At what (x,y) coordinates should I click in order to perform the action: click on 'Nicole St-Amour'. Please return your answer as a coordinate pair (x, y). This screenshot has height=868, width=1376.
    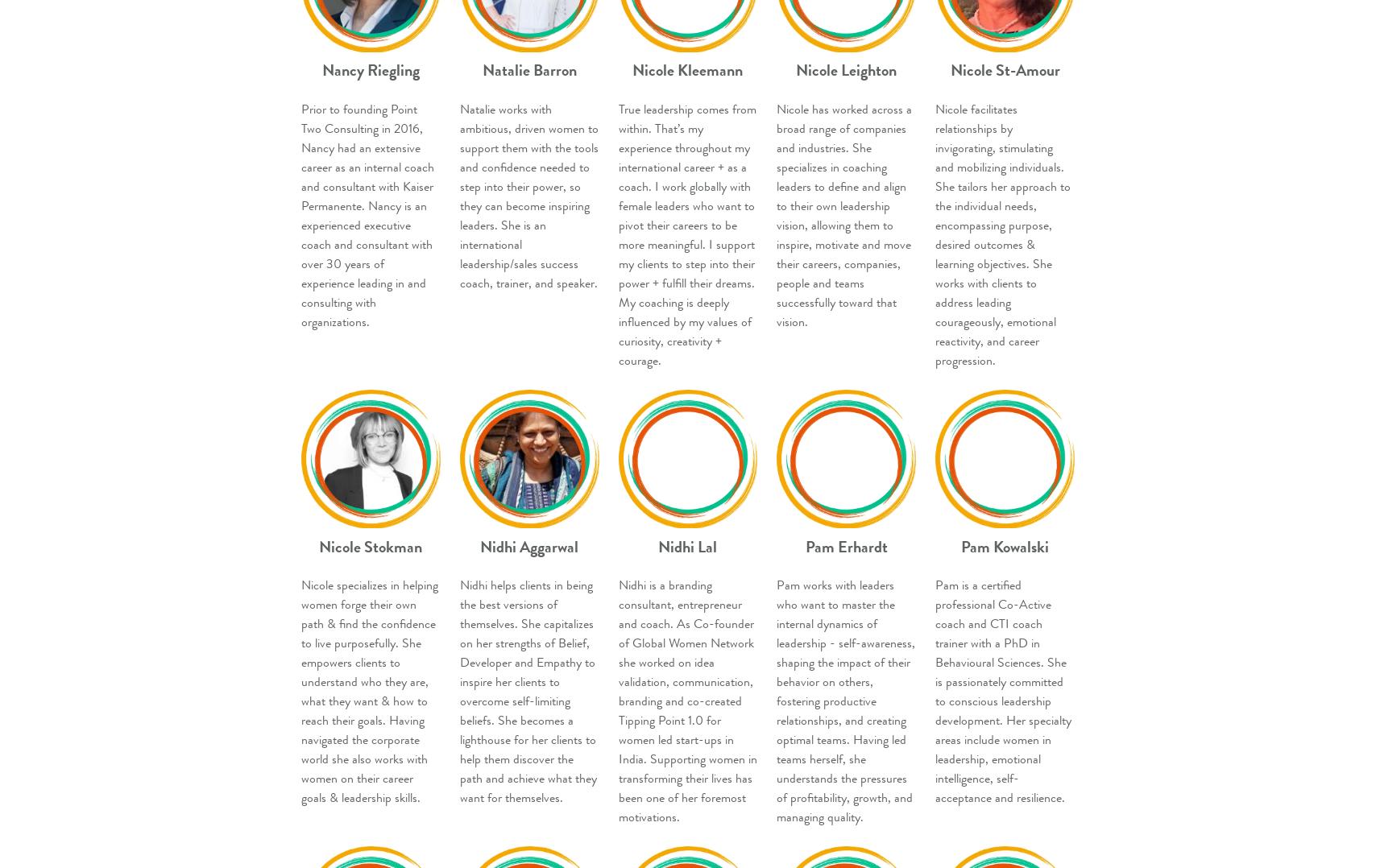
    Looking at the image, I should click on (1005, 69).